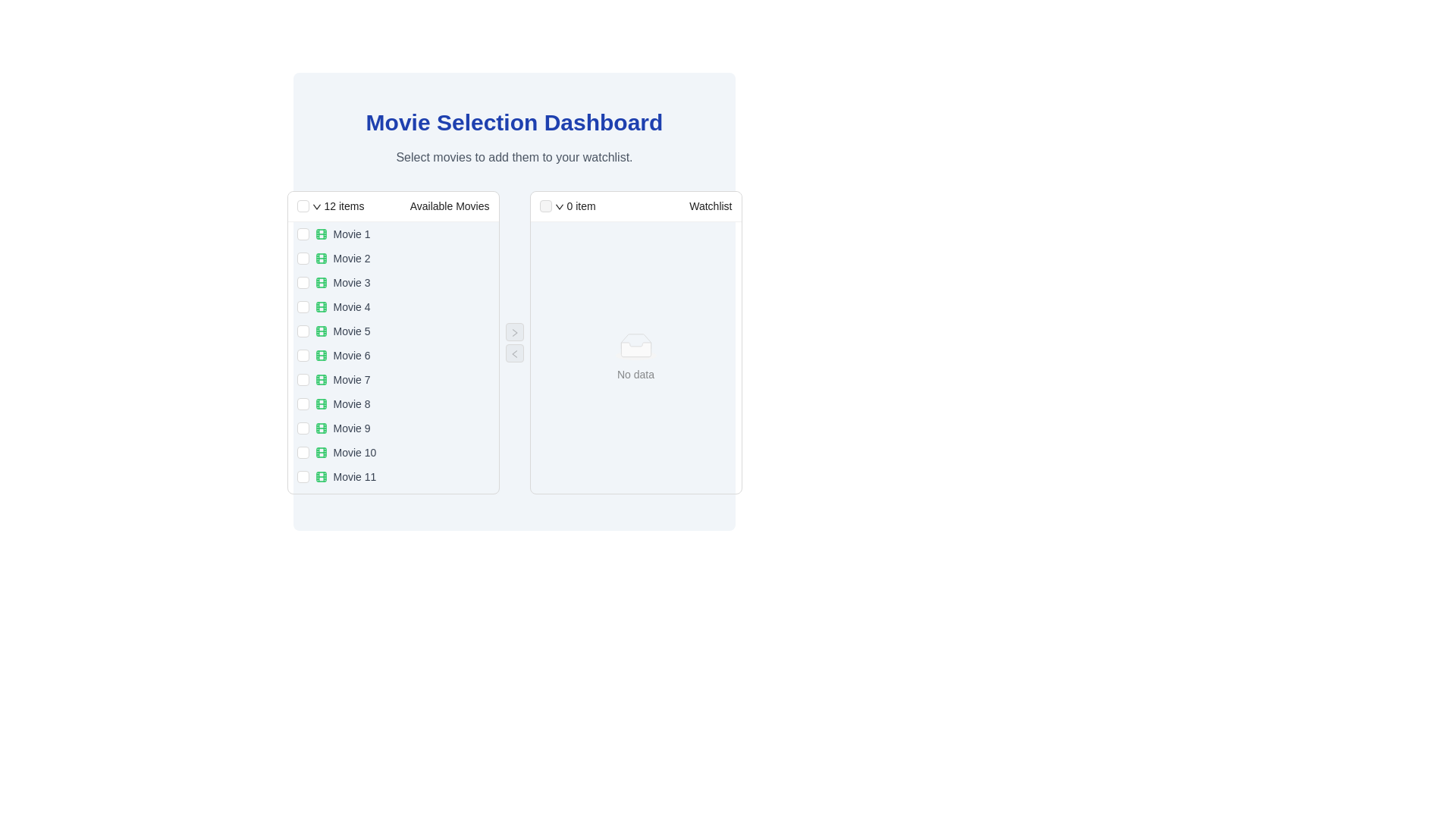 The width and height of the screenshot is (1456, 819). Describe the element at coordinates (393, 475) in the screenshot. I see `the checkbox associated with the List Item representing 'Movie 11'` at that location.